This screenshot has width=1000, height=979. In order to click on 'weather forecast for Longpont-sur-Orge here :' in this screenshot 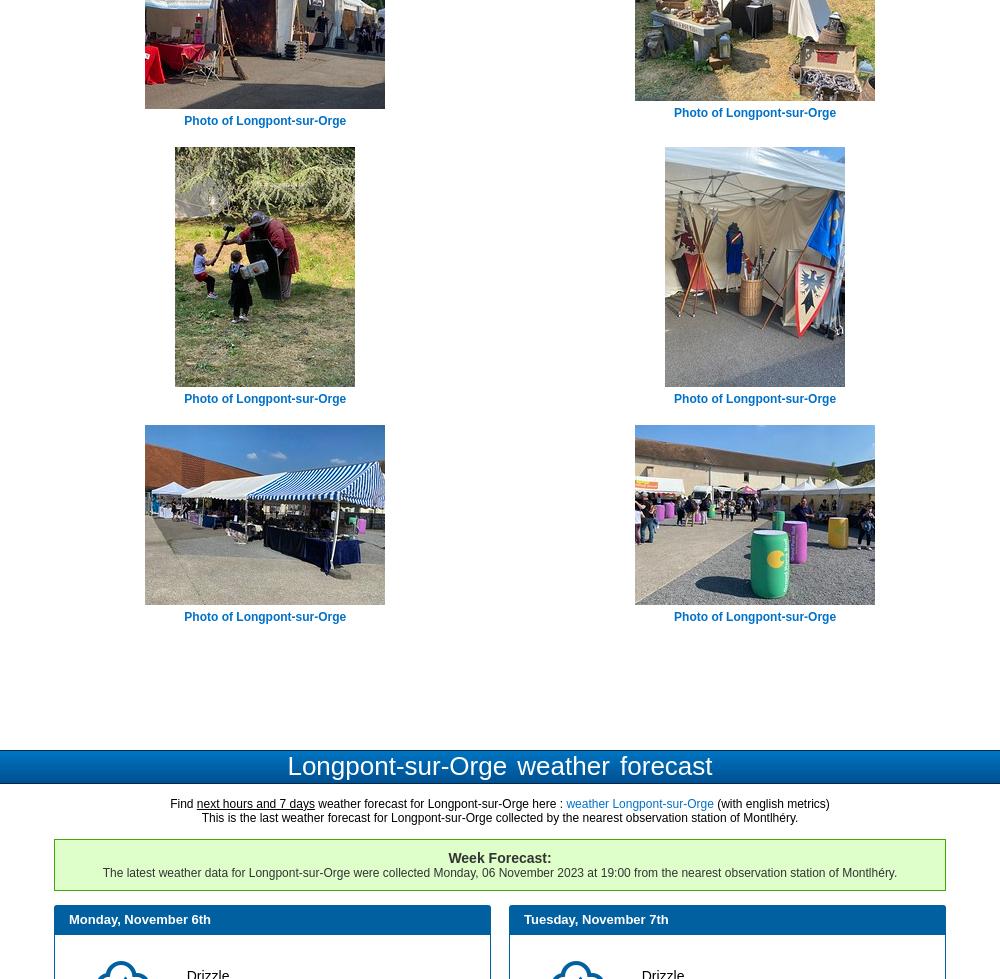, I will do `click(439, 801)`.